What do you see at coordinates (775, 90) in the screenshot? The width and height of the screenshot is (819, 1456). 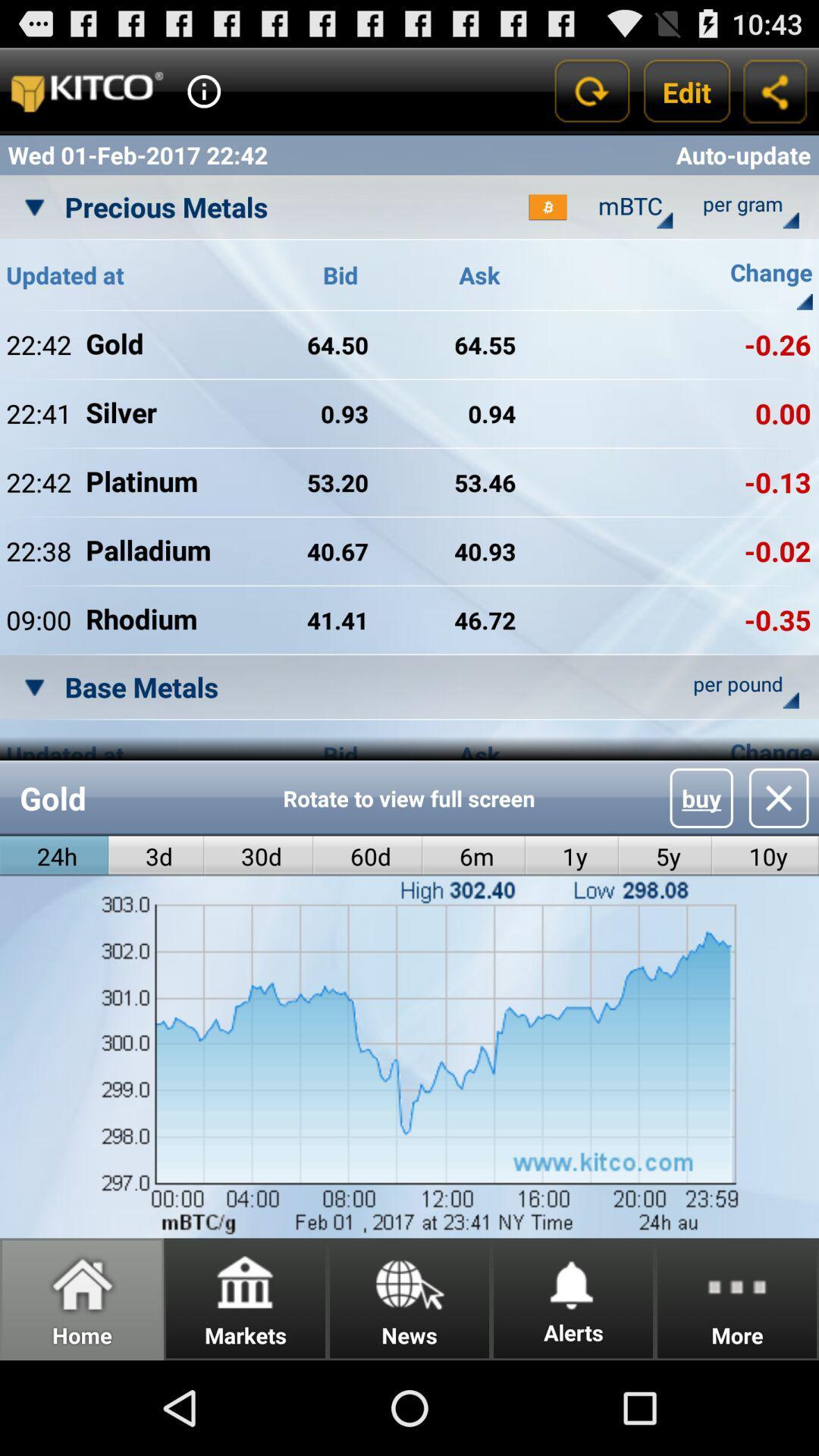 I see `share option` at bounding box center [775, 90].